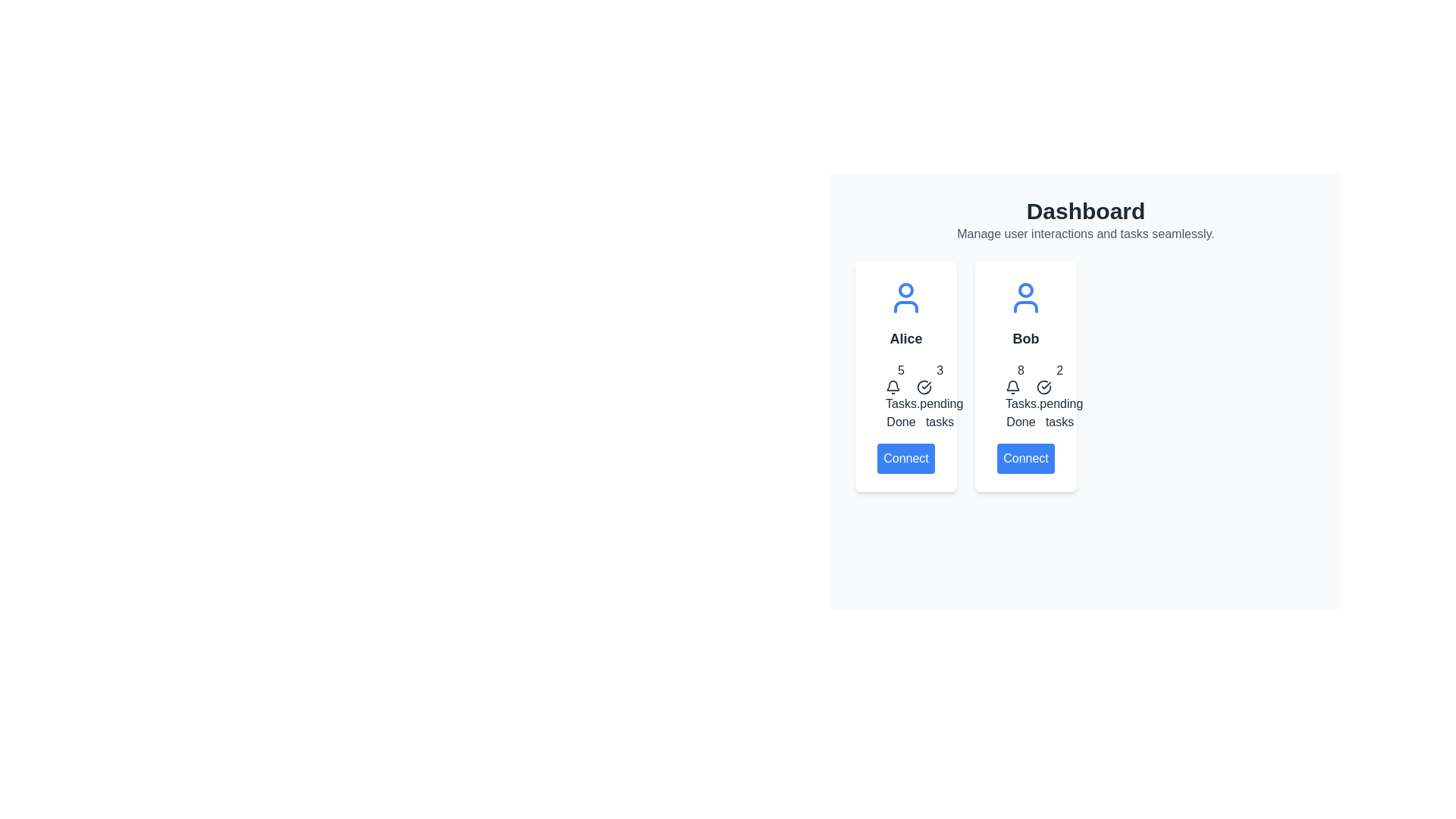 Image resolution: width=1456 pixels, height=819 pixels. I want to click on the bell icon, which is a minimalistic outline design used to represent notifications and is positioned adjacent to a notification count, so click(1012, 384).